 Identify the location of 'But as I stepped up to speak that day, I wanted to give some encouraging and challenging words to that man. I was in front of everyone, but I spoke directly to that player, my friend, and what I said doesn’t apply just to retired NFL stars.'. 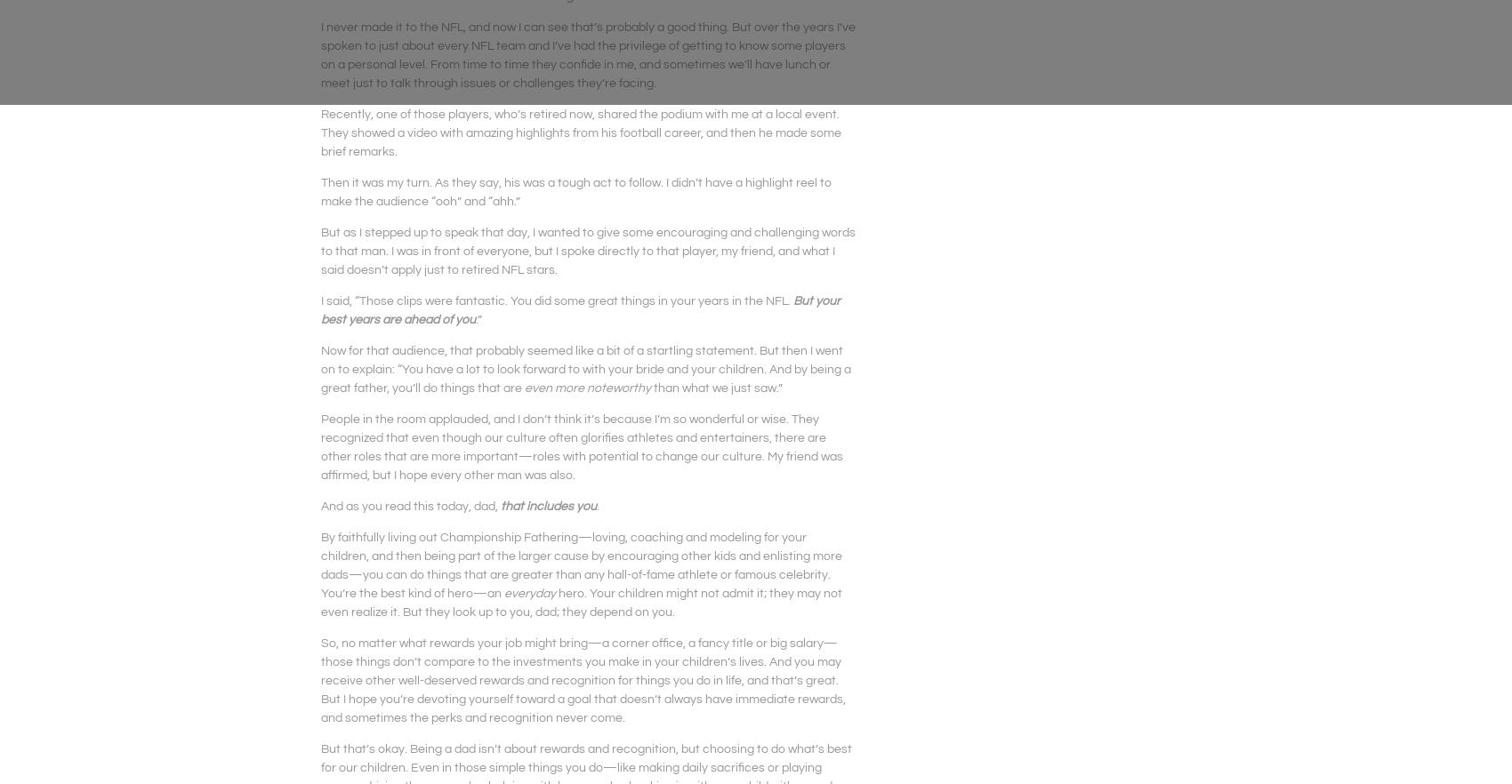
(588, 250).